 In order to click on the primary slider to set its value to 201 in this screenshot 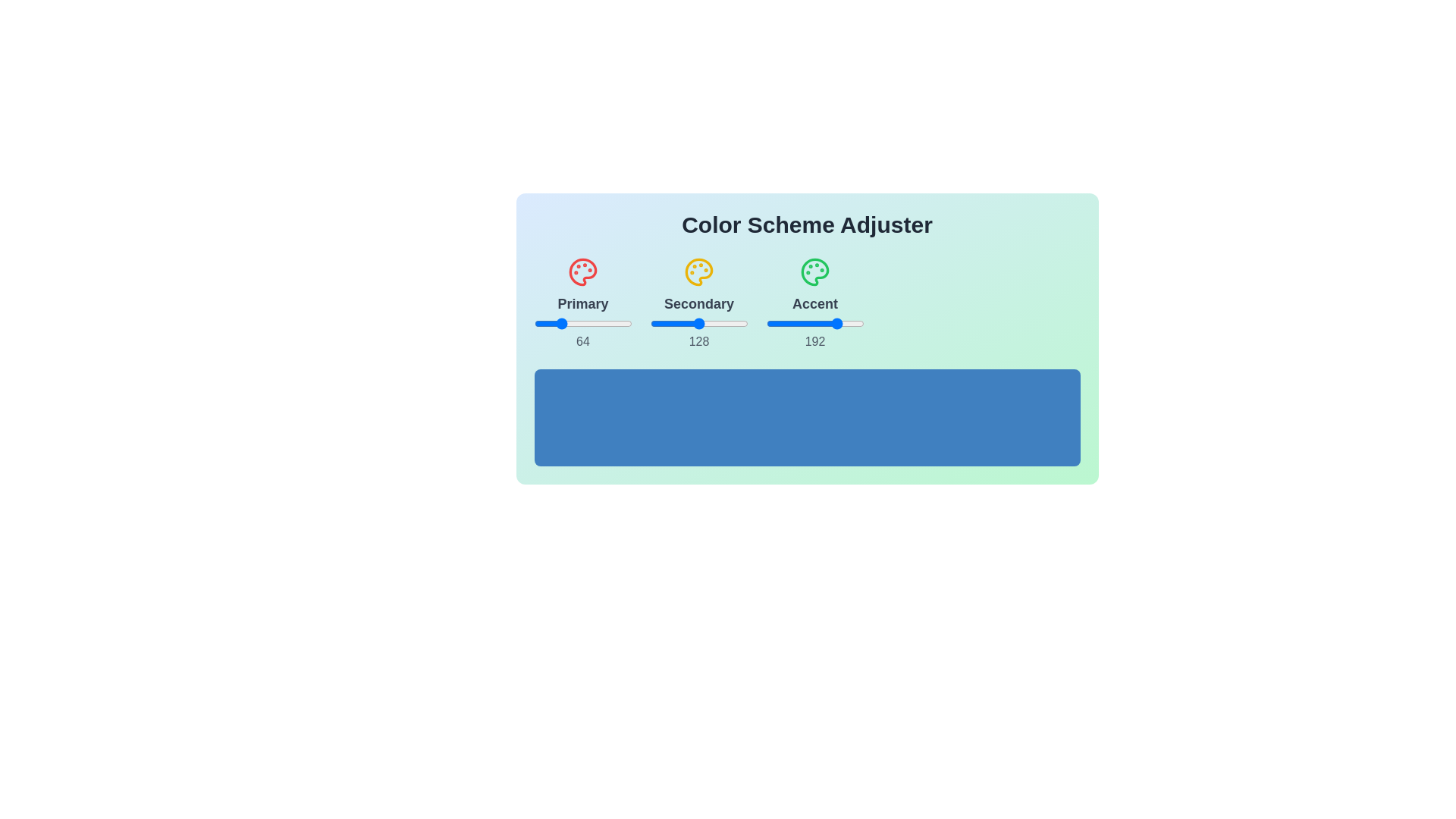, I will do `click(611, 323)`.